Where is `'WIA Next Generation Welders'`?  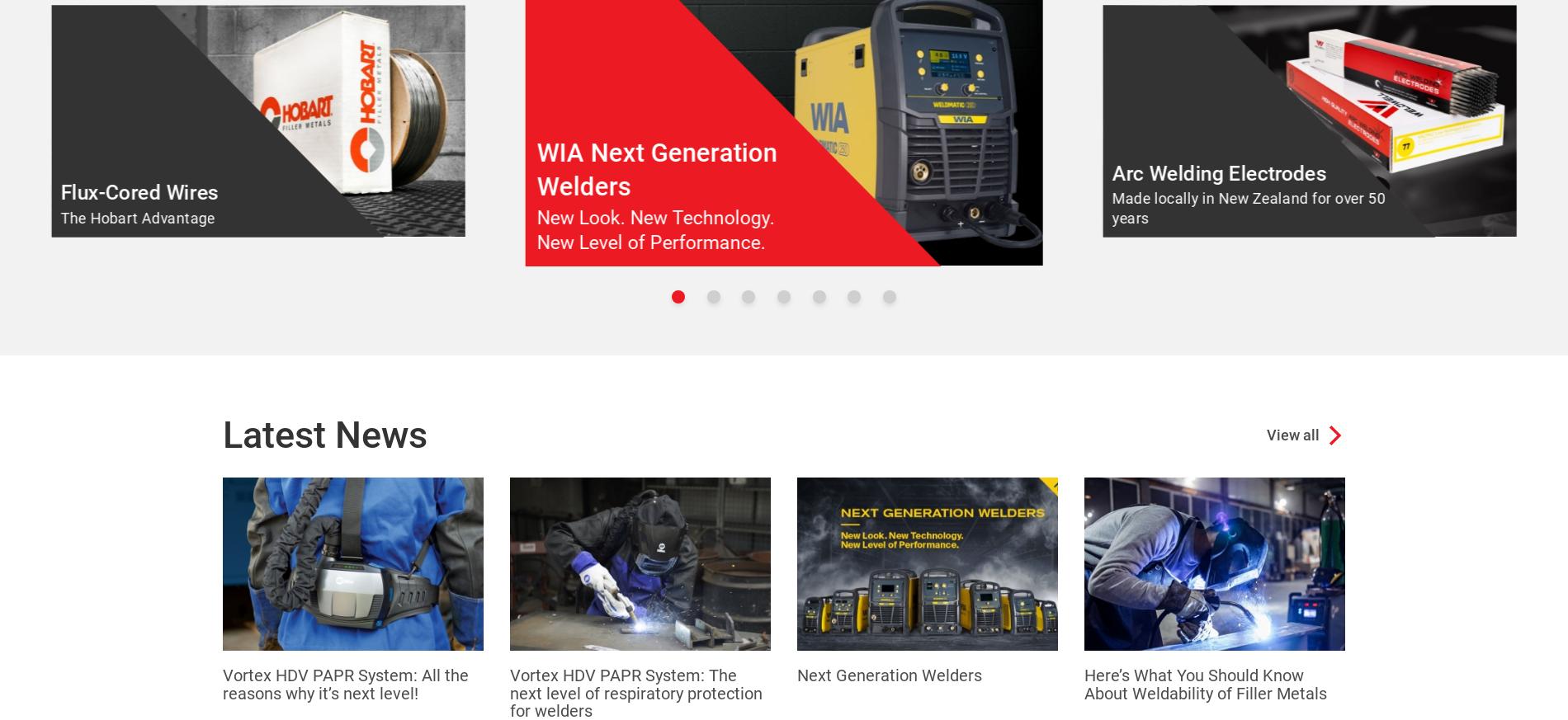
'WIA Next Generation Welders' is located at coordinates (655, 167).